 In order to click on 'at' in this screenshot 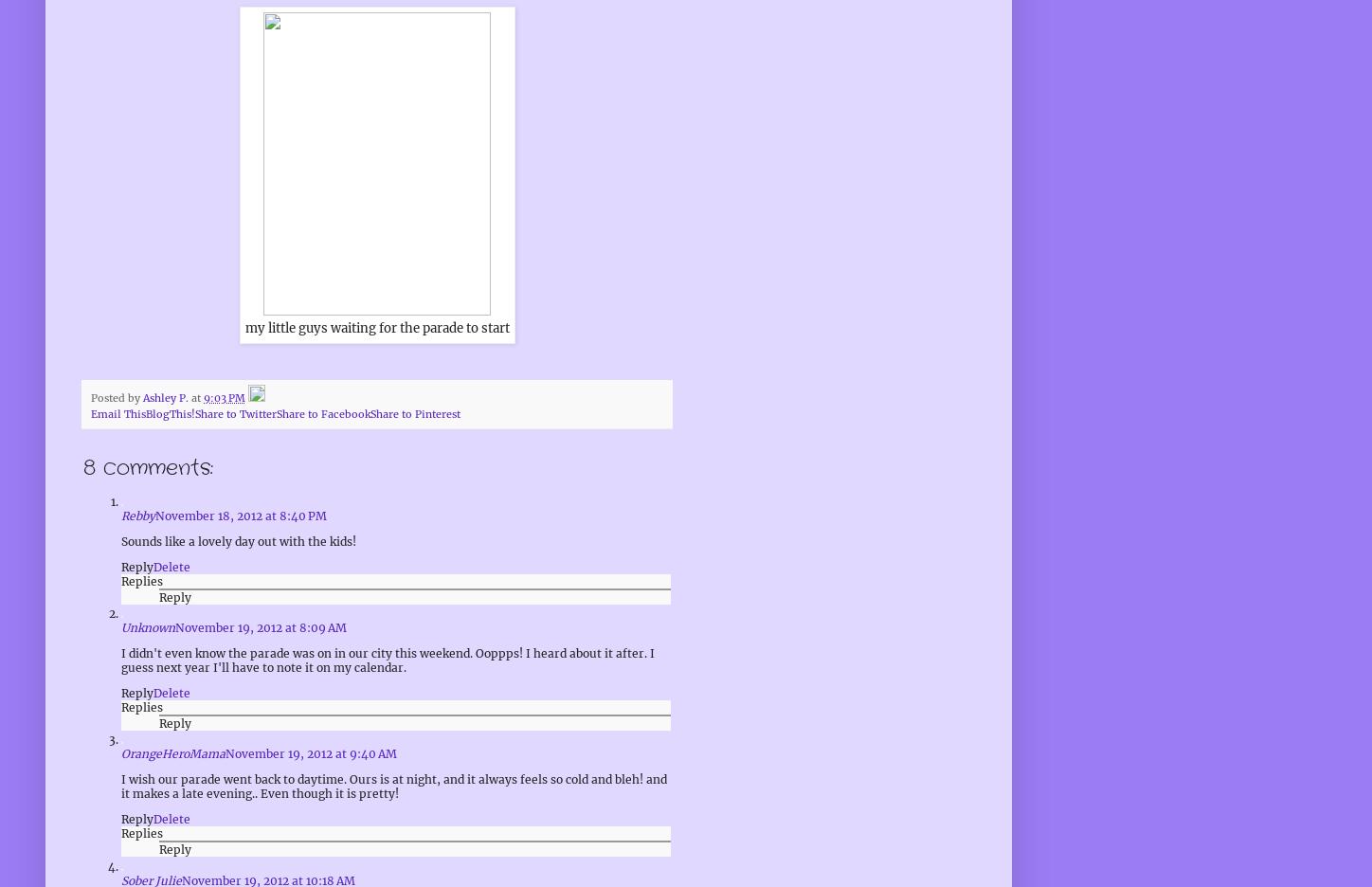, I will do `click(197, 396)`.